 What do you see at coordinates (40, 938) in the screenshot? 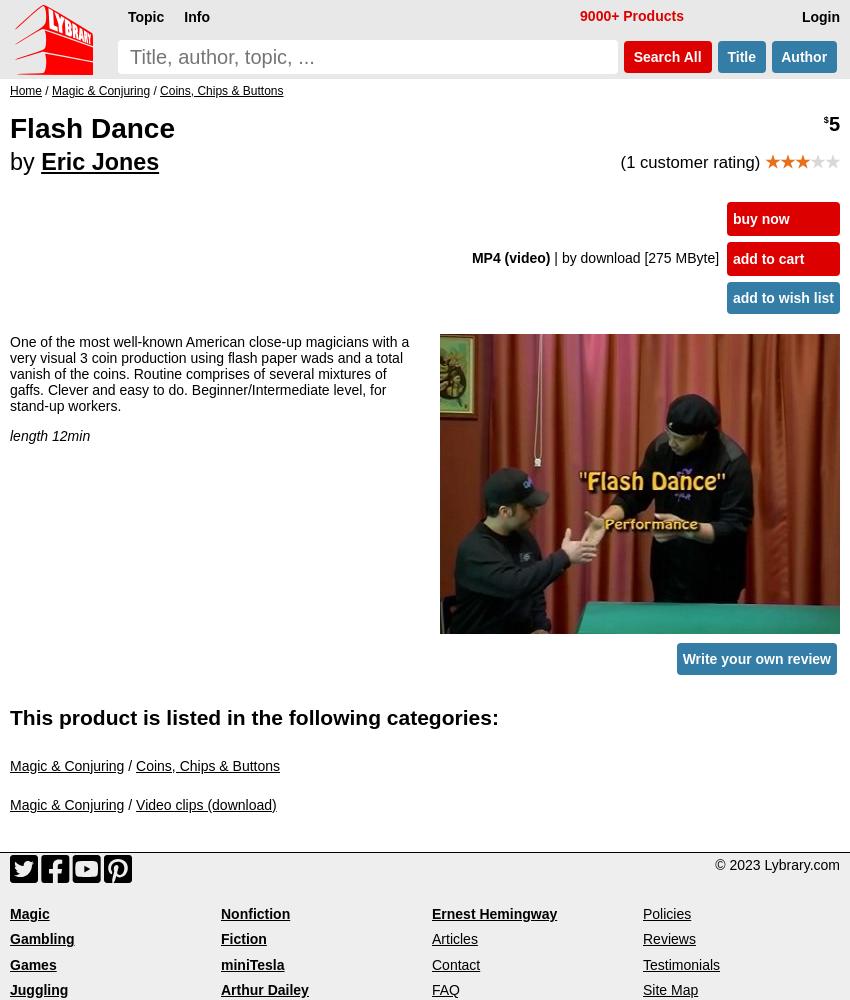
I see `'Gambling'` at bounding box center [40, 938].